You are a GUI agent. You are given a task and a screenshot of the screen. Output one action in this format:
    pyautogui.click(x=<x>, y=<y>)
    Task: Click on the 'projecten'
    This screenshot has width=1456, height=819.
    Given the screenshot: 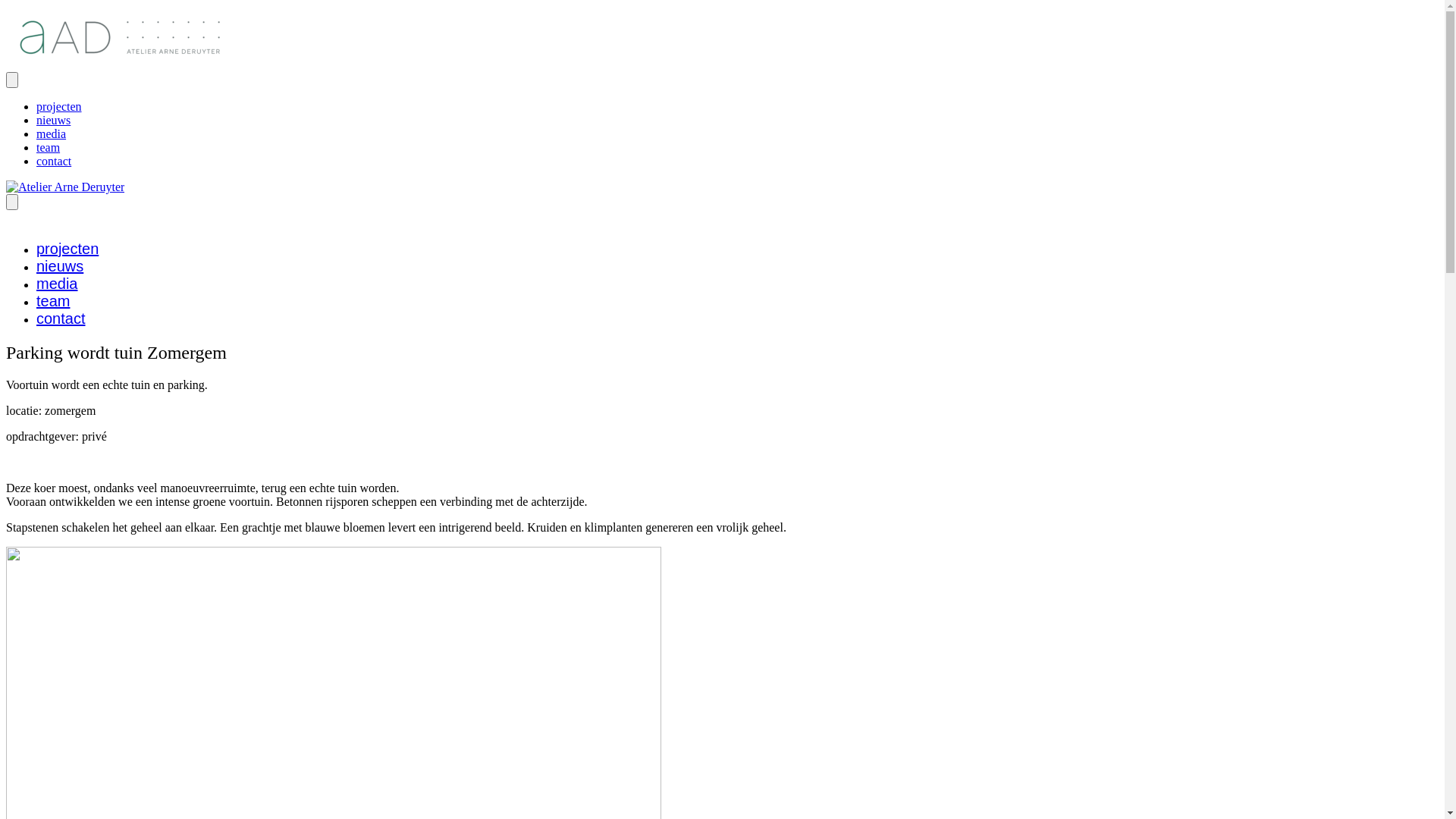 What is the action you would take?
    pyautogui.click(x=67, y=247)
    